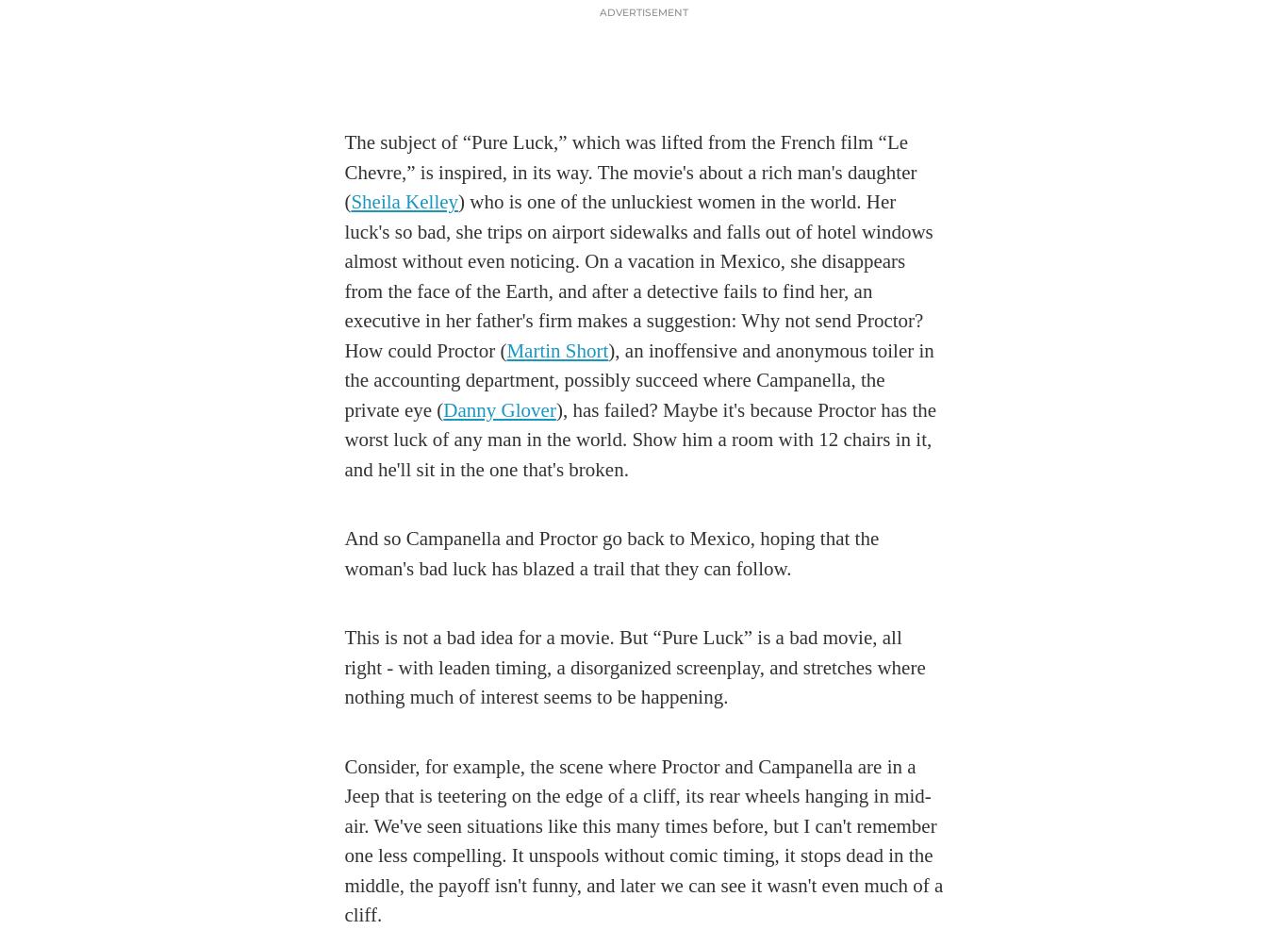 The image size is (1288, 930). Describe the element at coordinates (642, 839) in the screenshot. I see `'Consider, for example, the scene where Proctor and Campanella are in a Jeep that is teetering on the edge of a cliff, its rear wheels hanging in mid-air. We've seen situations like this many times before, but I can't remember one less compelling. It unspools without comic timing, it stops dead in the middle, the payoff isn't funny, and later we can see it wasn't even much of a cliff.'` at that location.